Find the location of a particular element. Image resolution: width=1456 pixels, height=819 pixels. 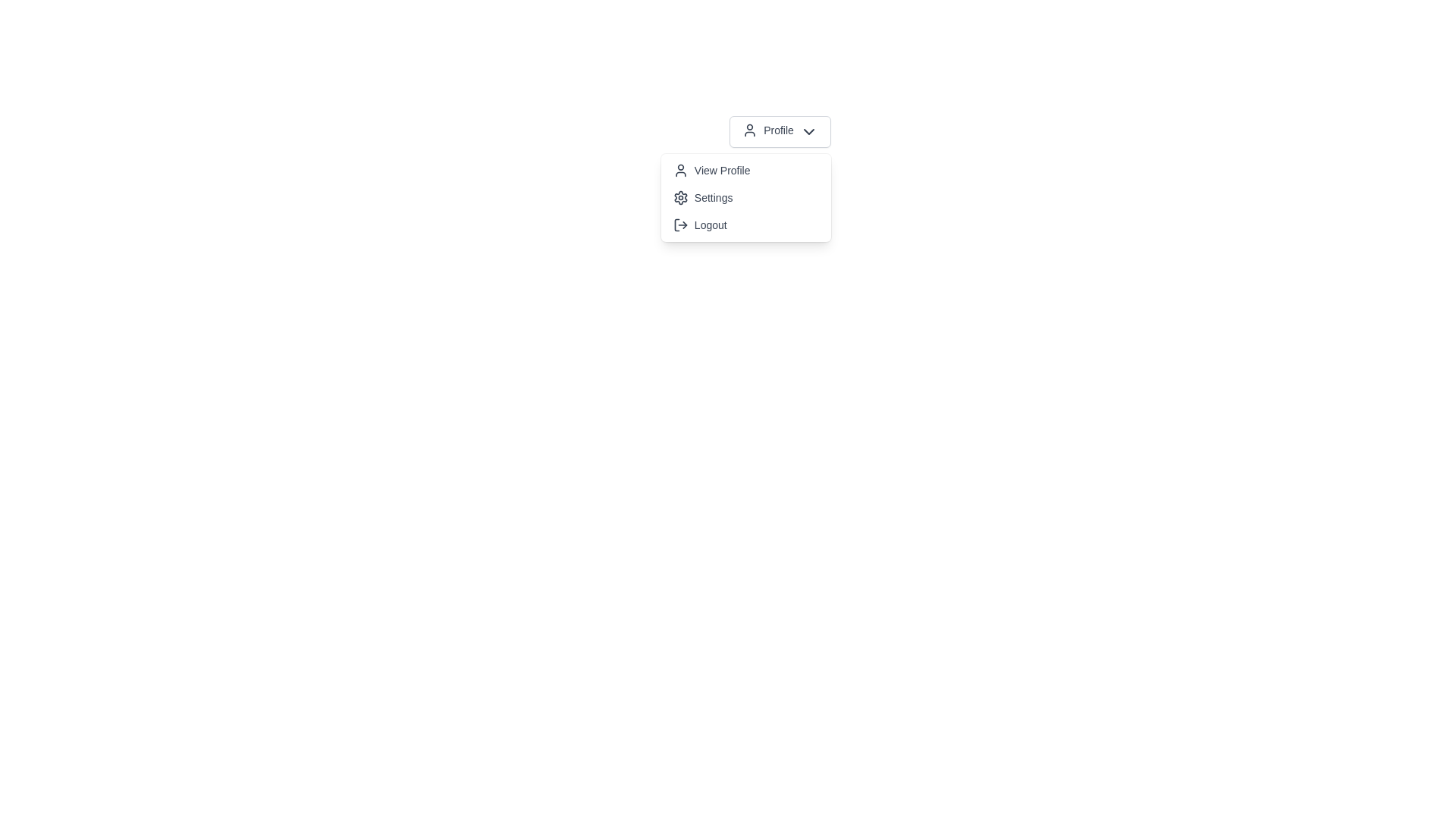

the settings icon, which is a cogwheel-shaped graphical icon located to the left of the 'Settings' text in the dropdown menu is located at coordinates (679, 197).